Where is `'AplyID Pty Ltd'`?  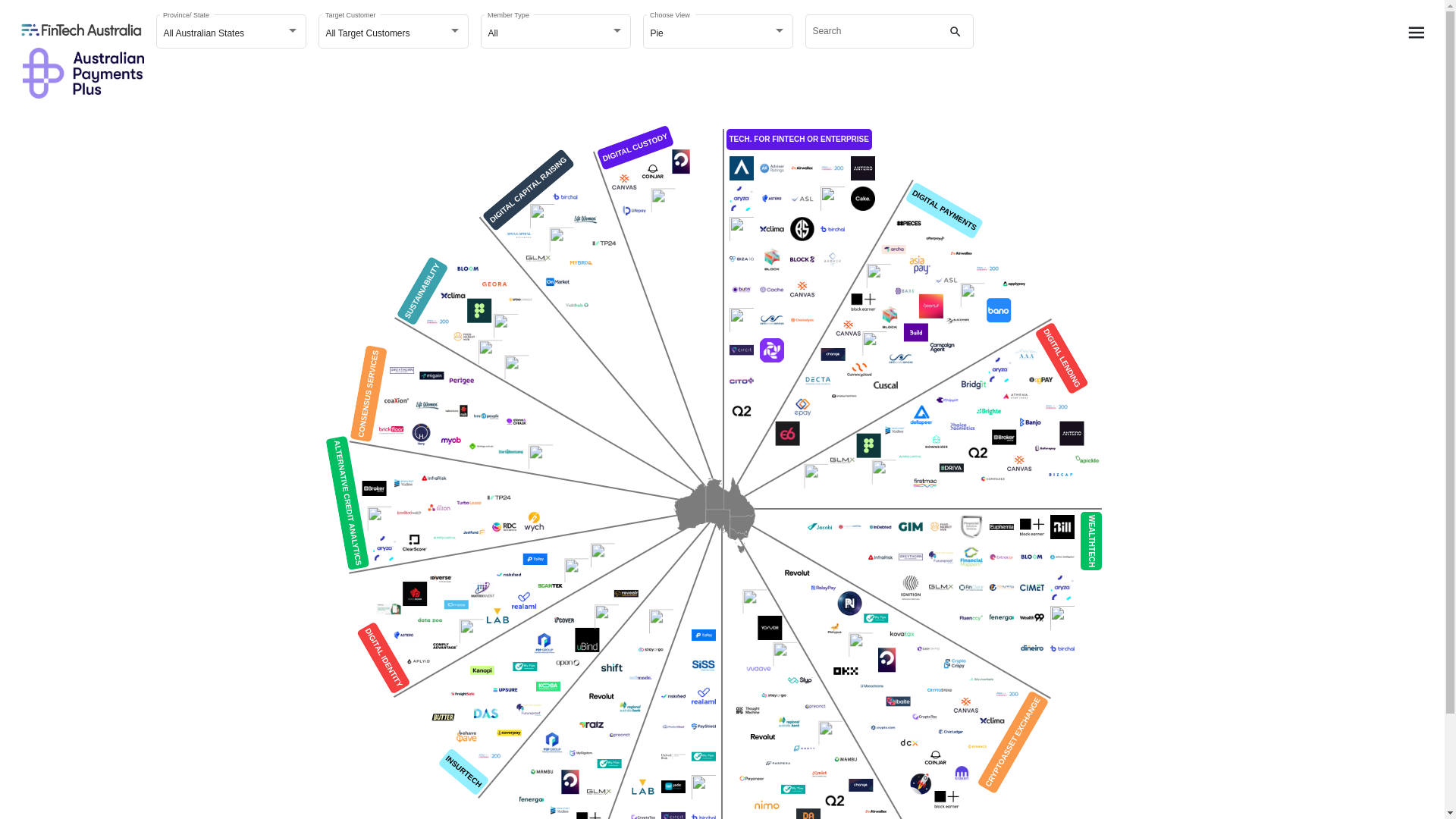 'AplyID Pty Ltd' is located at coordinates (419, 660).